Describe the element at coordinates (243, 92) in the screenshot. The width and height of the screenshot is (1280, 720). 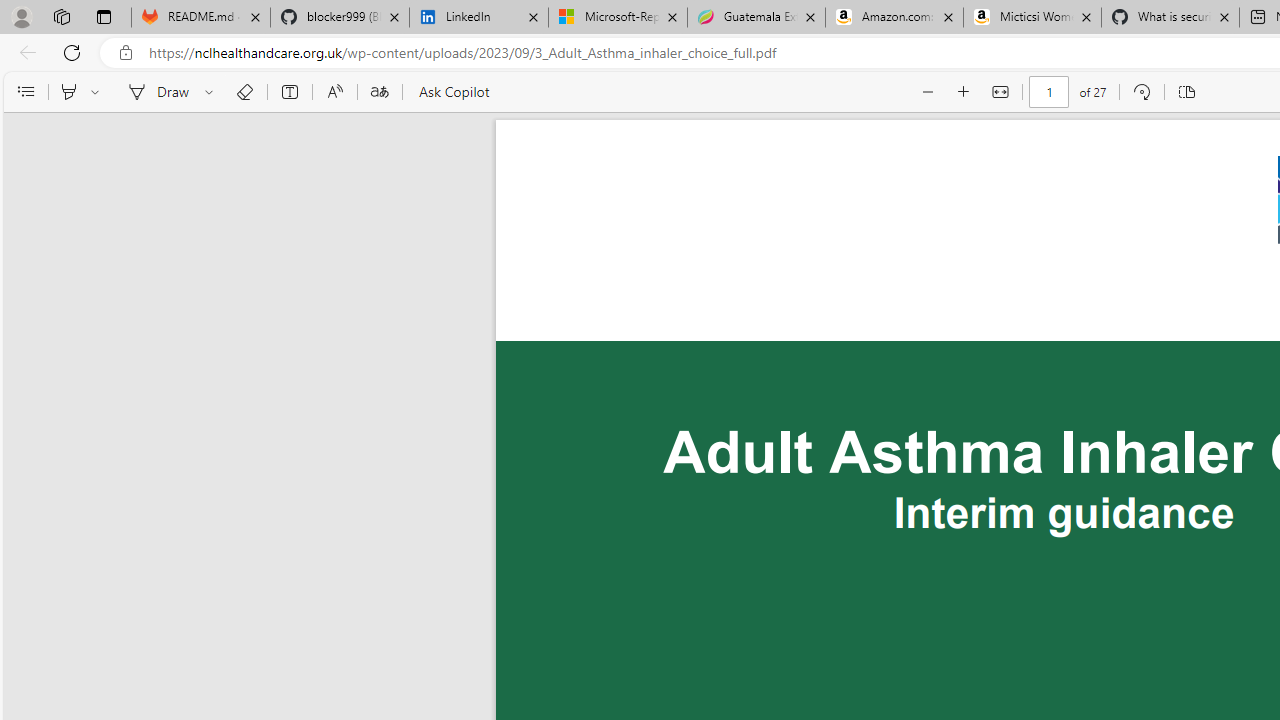
I see `'Erase'` at that location.